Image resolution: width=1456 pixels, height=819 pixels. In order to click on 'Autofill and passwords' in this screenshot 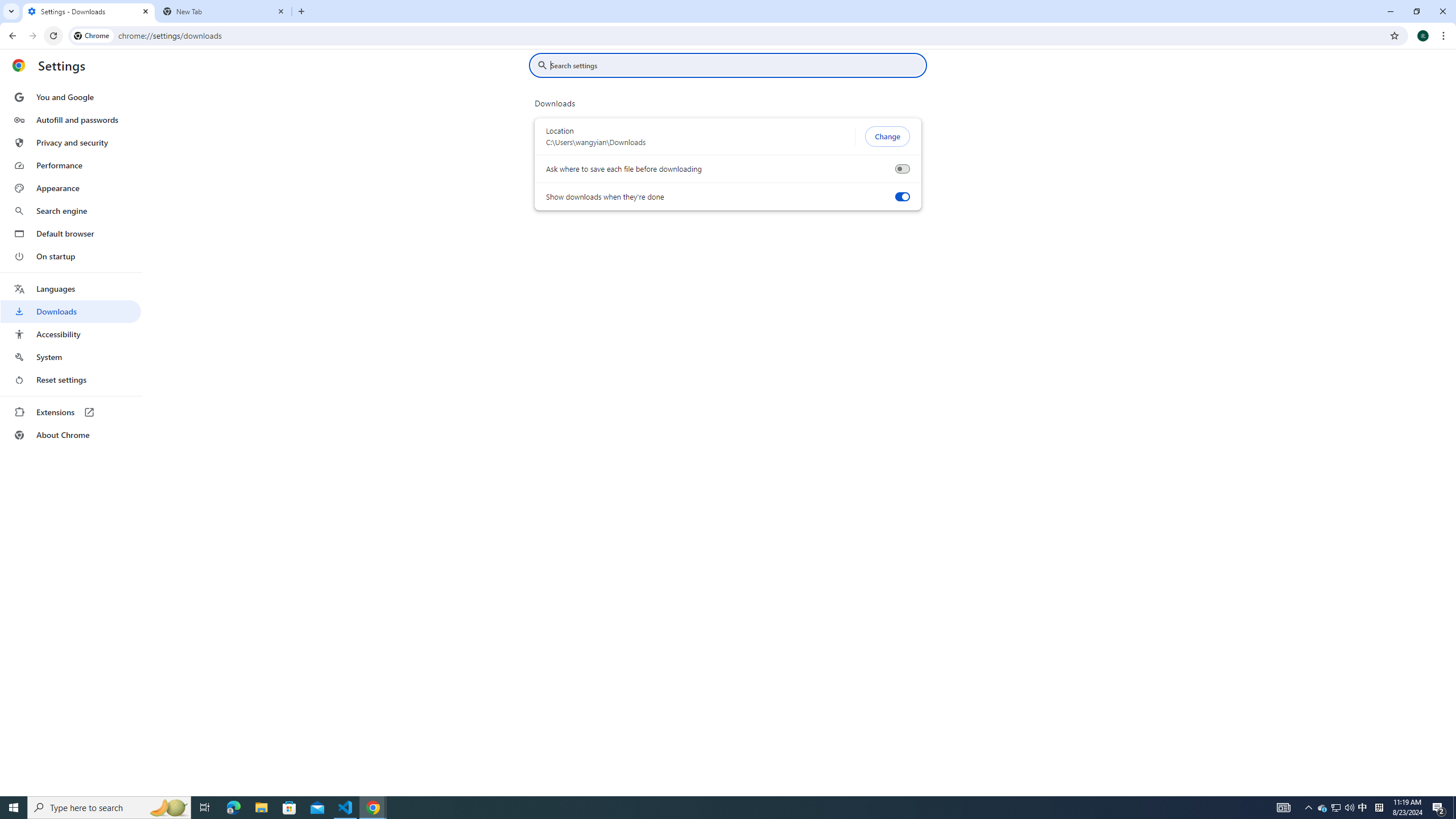, I will do `click(70, 119)`.